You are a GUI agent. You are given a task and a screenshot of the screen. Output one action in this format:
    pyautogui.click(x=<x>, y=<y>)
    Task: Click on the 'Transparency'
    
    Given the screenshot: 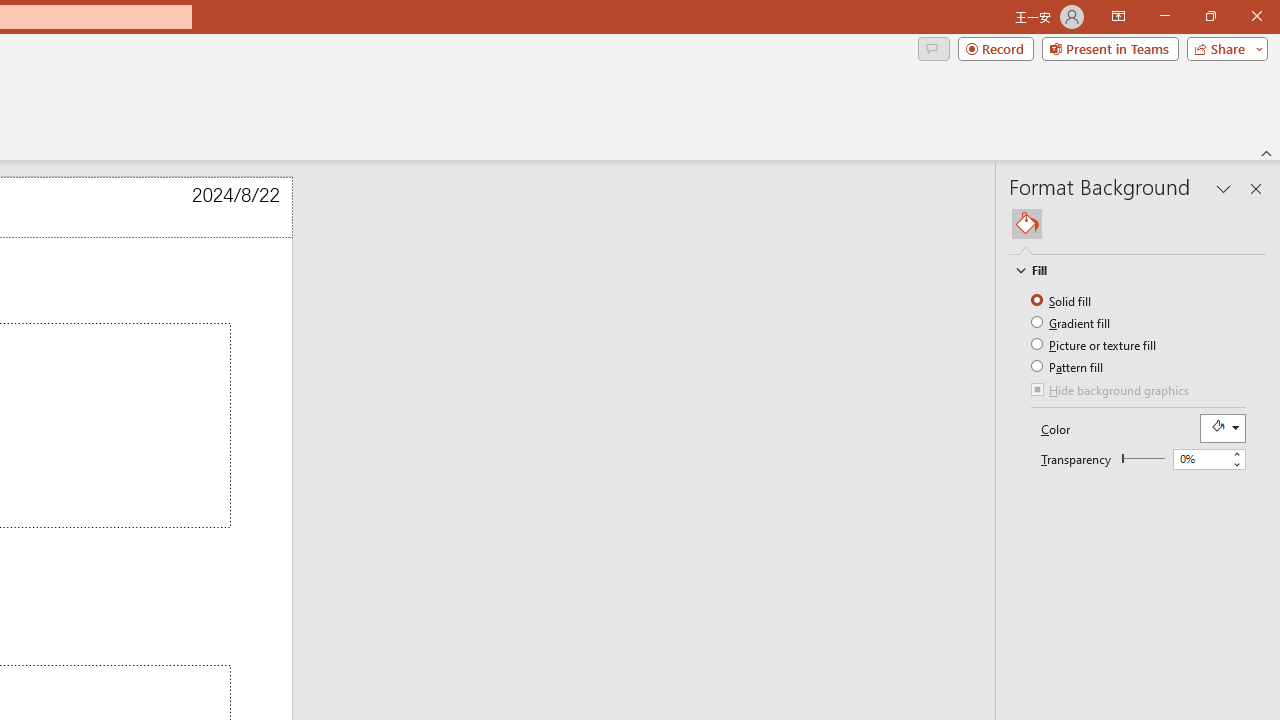 What is the action you would take?
    pyautogui.click(x=1143, y=458)
    